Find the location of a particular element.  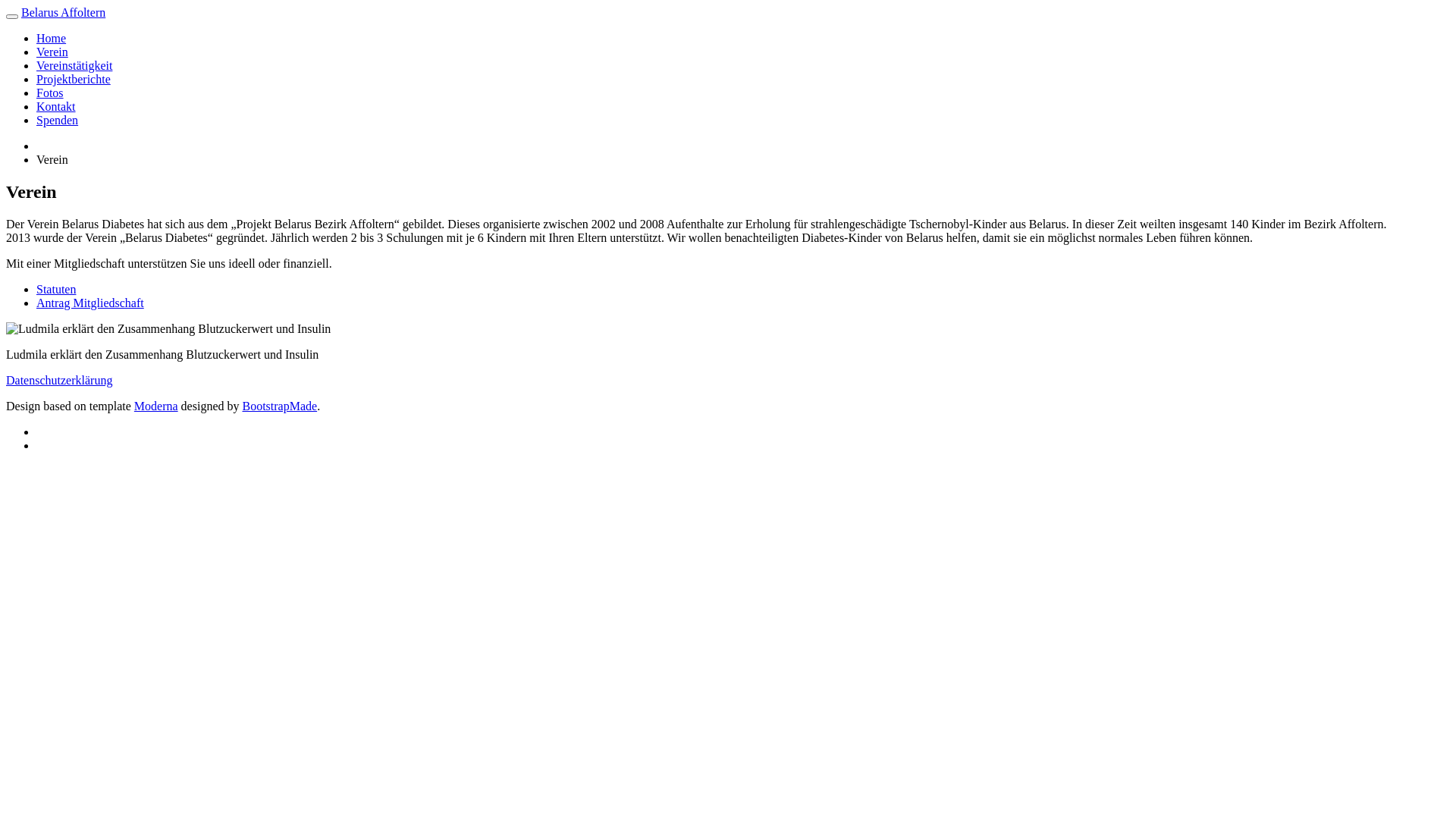

'Moderna' is located at coordinates (156, 405).